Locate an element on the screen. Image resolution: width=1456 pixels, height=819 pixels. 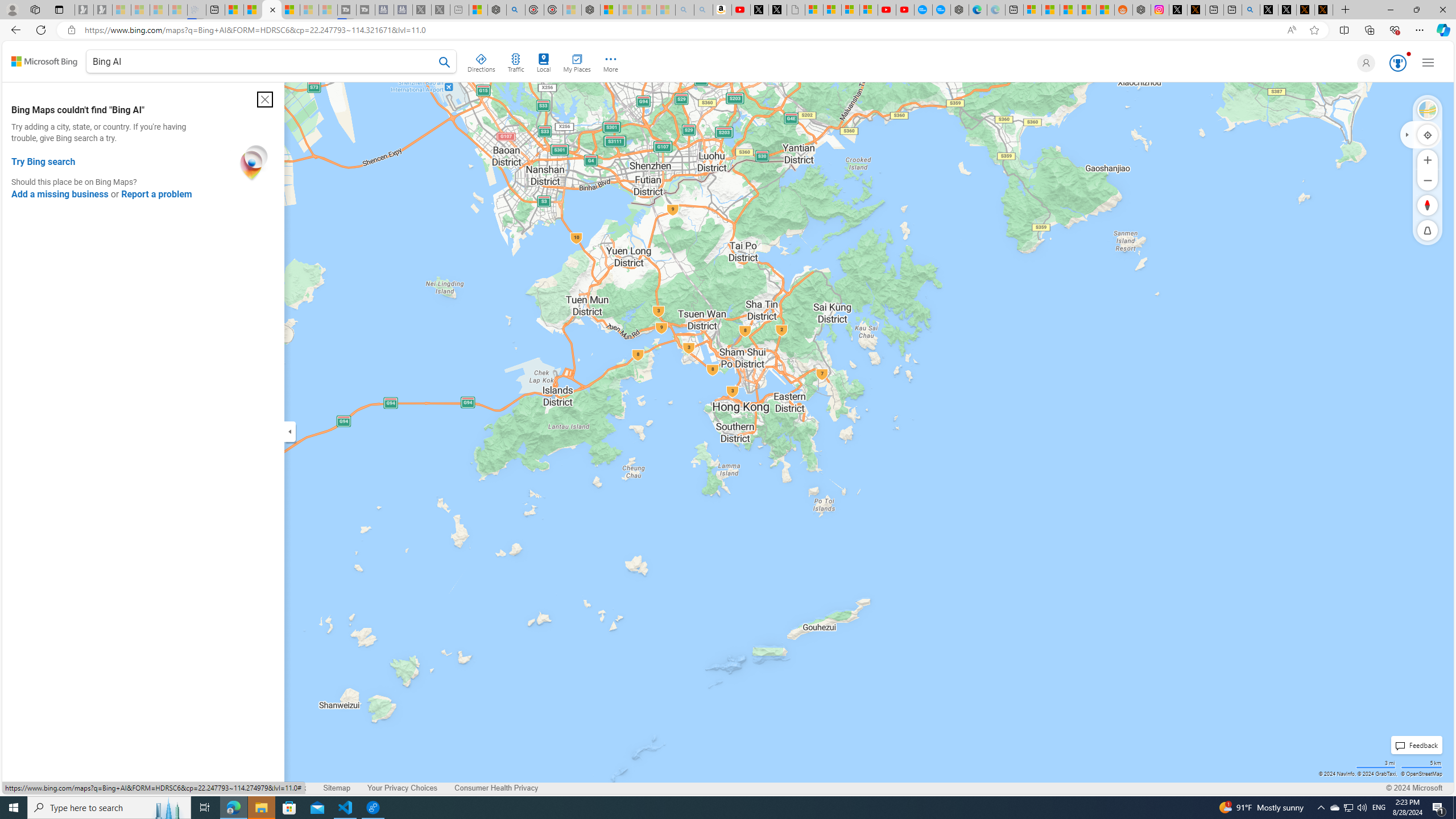
'Profile / X' is located at coordinates (1268, 9).